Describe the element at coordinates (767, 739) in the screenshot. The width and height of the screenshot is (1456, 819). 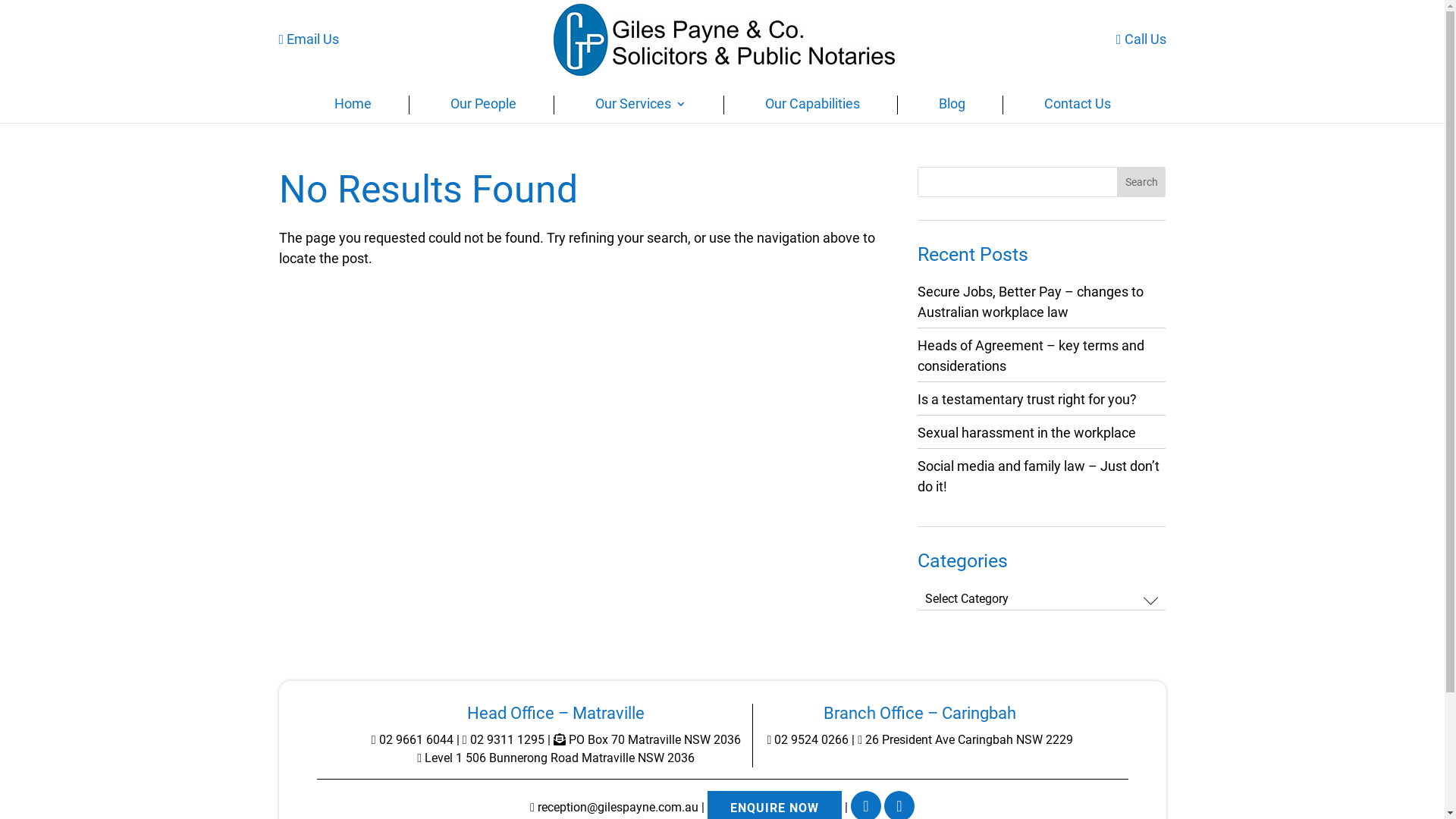
I see `'02 9524 0266'` at that location.